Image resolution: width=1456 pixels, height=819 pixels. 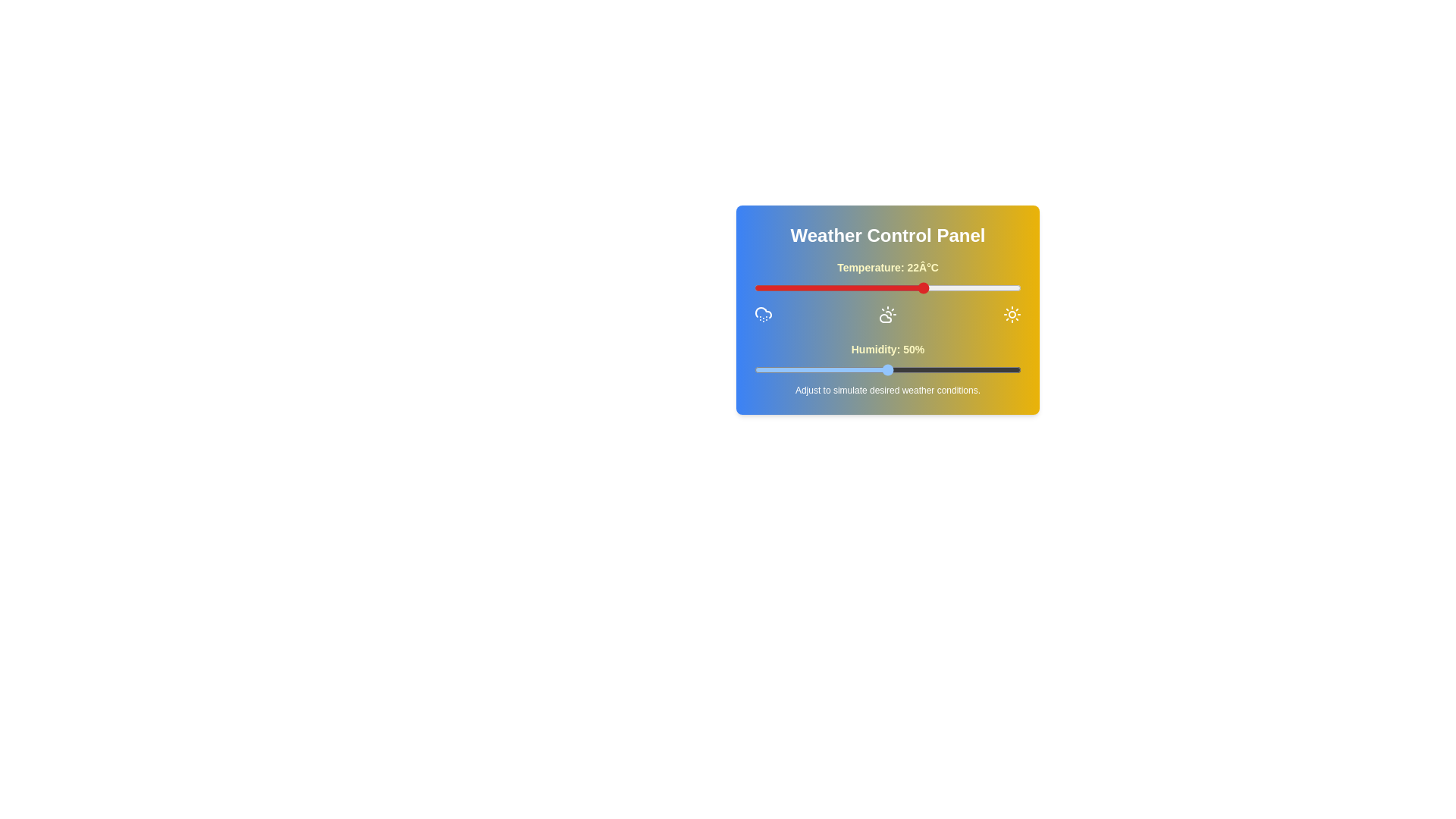 I want to click on the temperature, so click(x=770, y=288).